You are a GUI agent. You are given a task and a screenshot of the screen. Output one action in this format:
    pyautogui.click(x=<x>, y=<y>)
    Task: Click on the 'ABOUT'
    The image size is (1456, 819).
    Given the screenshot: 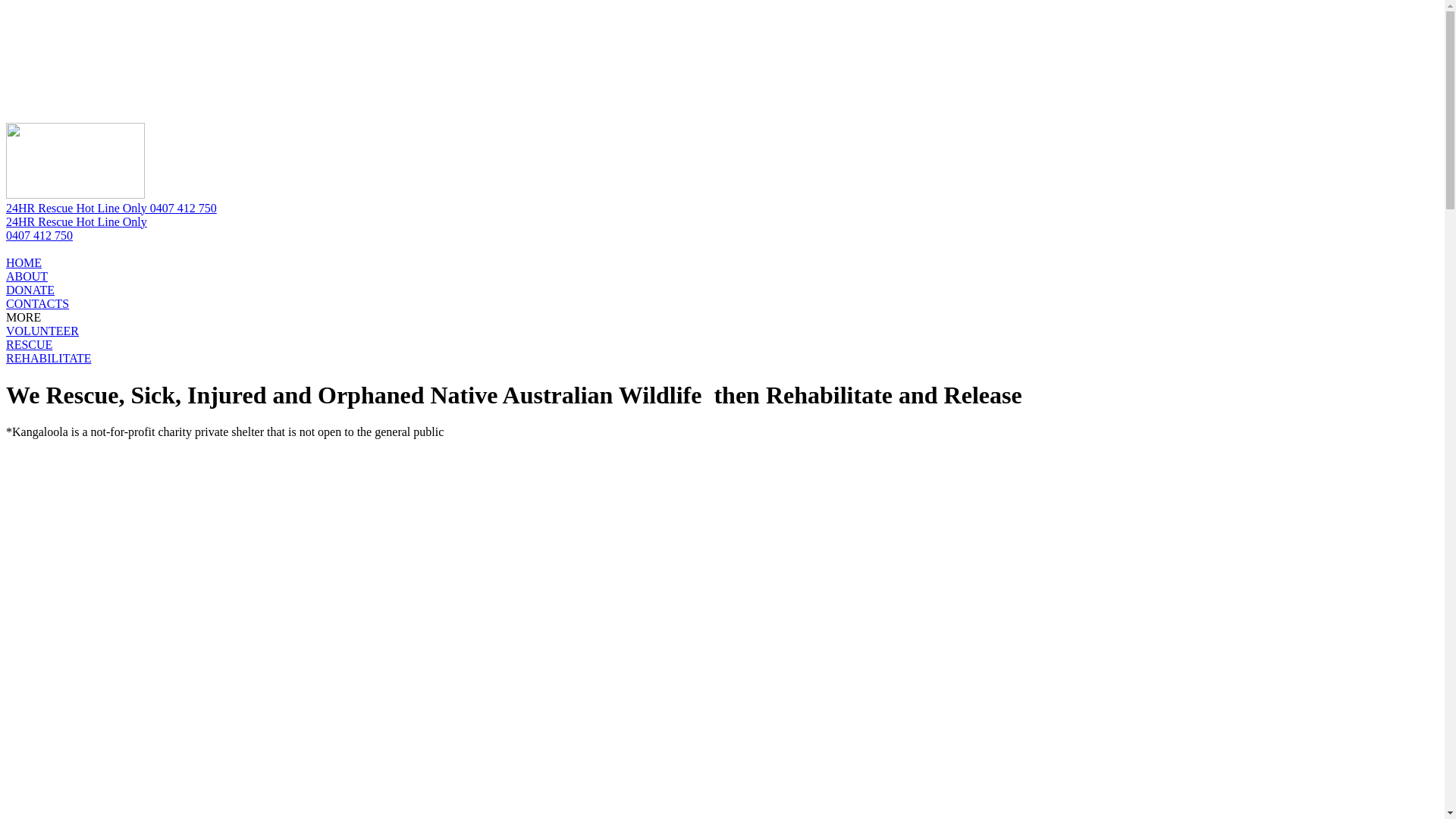 What is the action you would take?
    pyautogui.click(x=27, y=276)
    